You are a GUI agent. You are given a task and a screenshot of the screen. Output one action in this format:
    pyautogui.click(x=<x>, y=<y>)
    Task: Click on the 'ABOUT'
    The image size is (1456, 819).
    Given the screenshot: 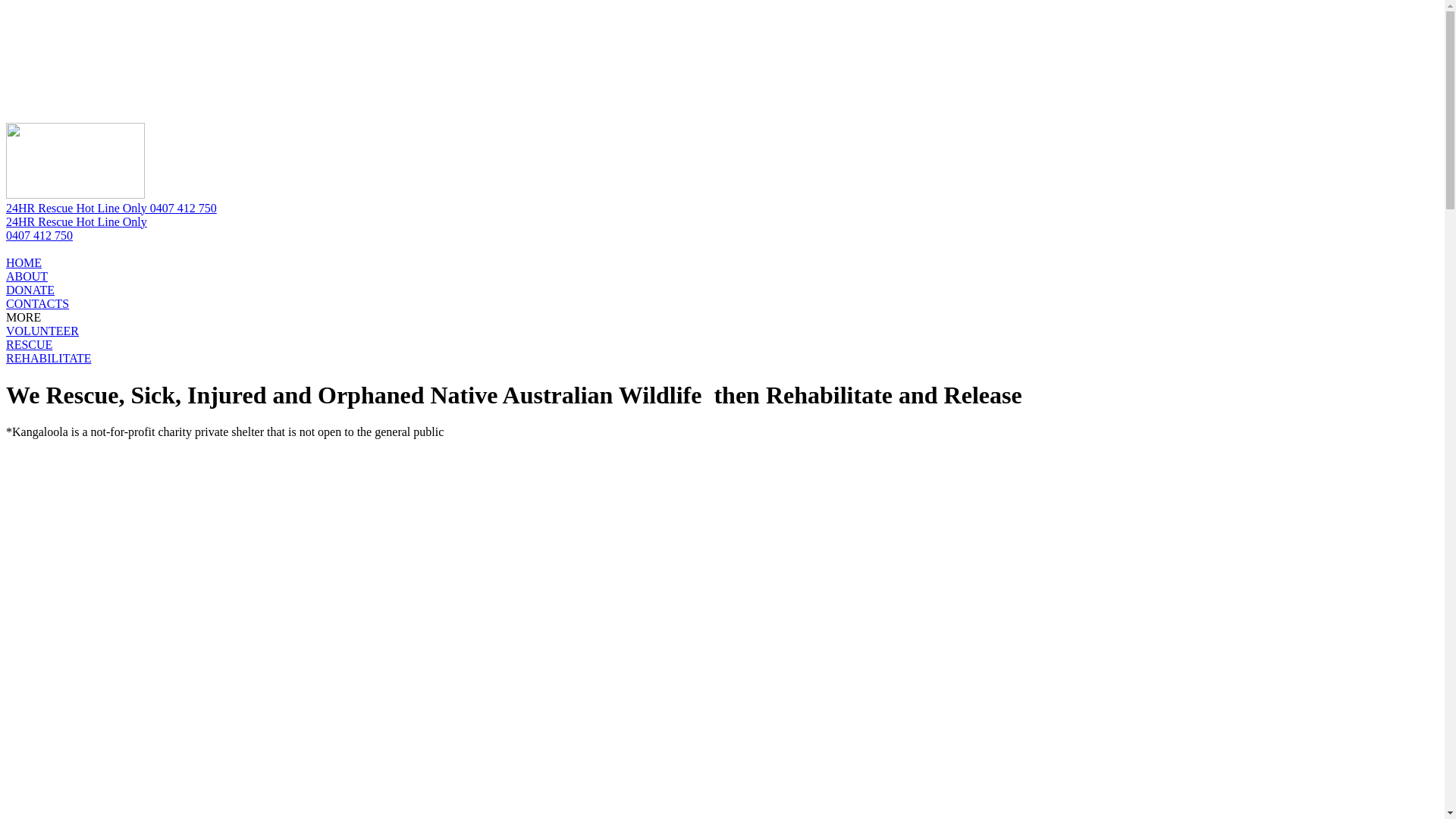 What is the action you would take?
    pyautogui.click(x=27, y=276)
    